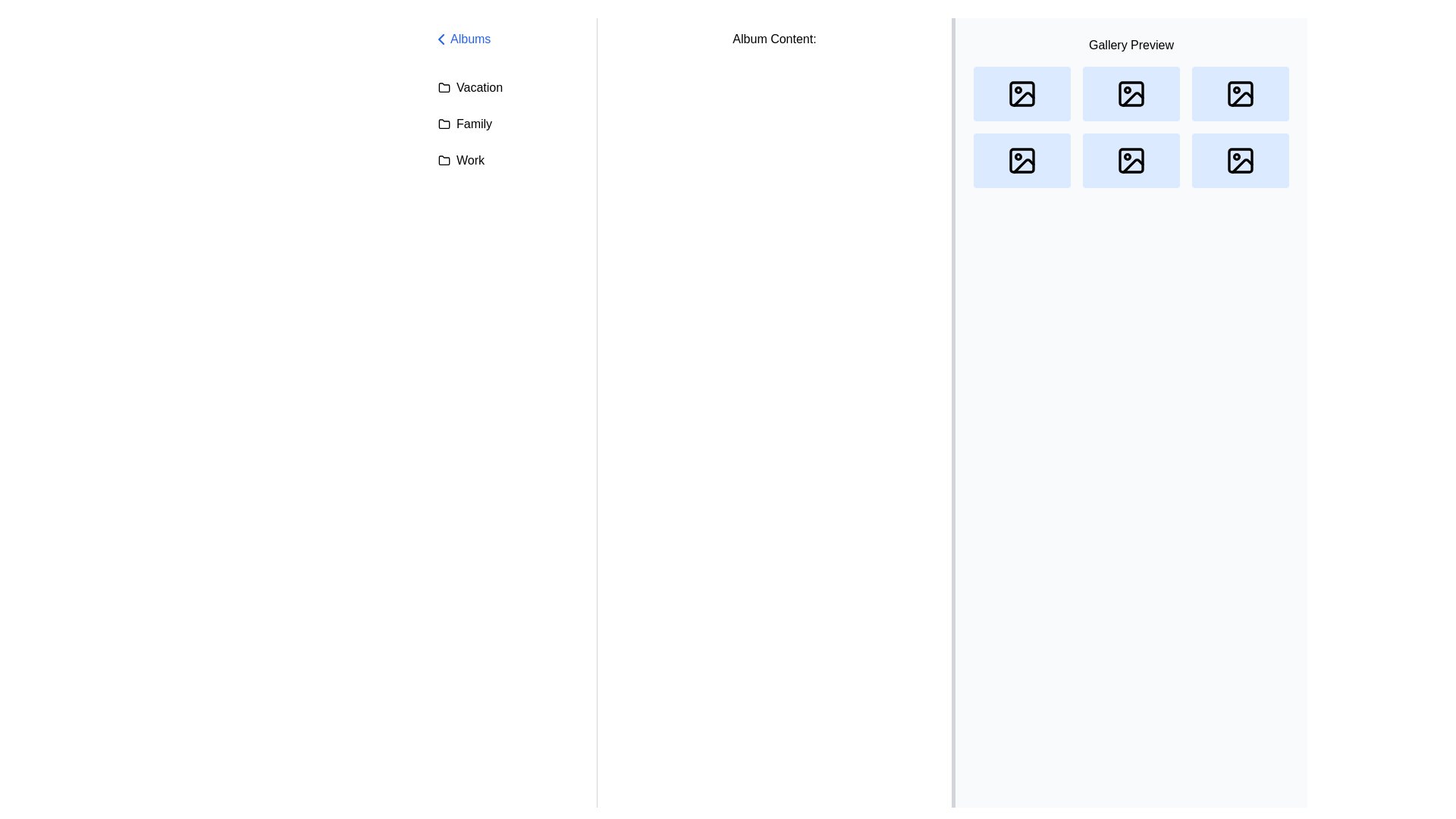  What do you see at coordinates (1131, 93) in the screenshot?
I see `on the Image Preview Placeholder located in the second column of the first row in the Gallery Preview section` at bounding box center [1131, 93].